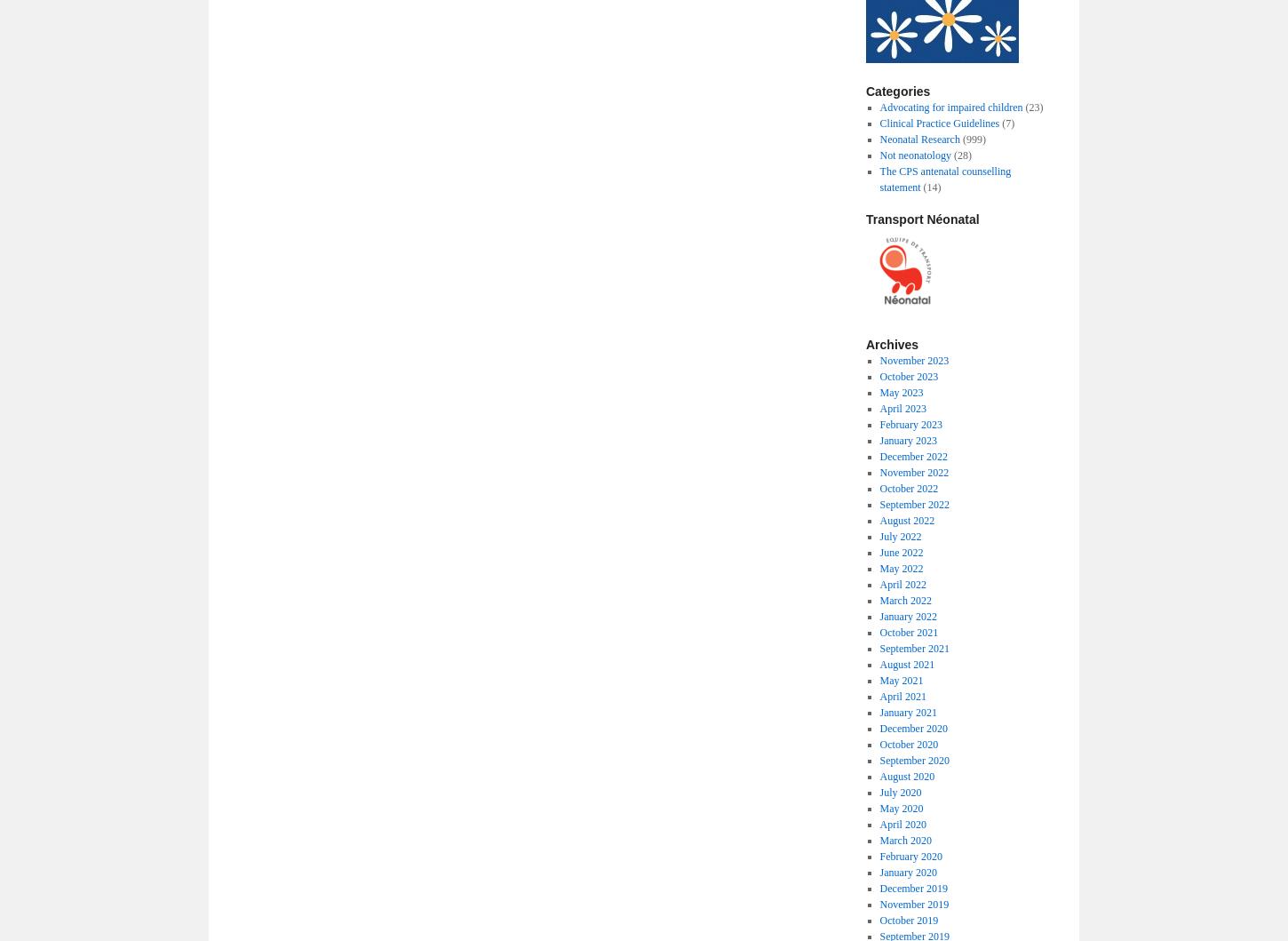  I want to click on 'December 2020', so click(913, 727).